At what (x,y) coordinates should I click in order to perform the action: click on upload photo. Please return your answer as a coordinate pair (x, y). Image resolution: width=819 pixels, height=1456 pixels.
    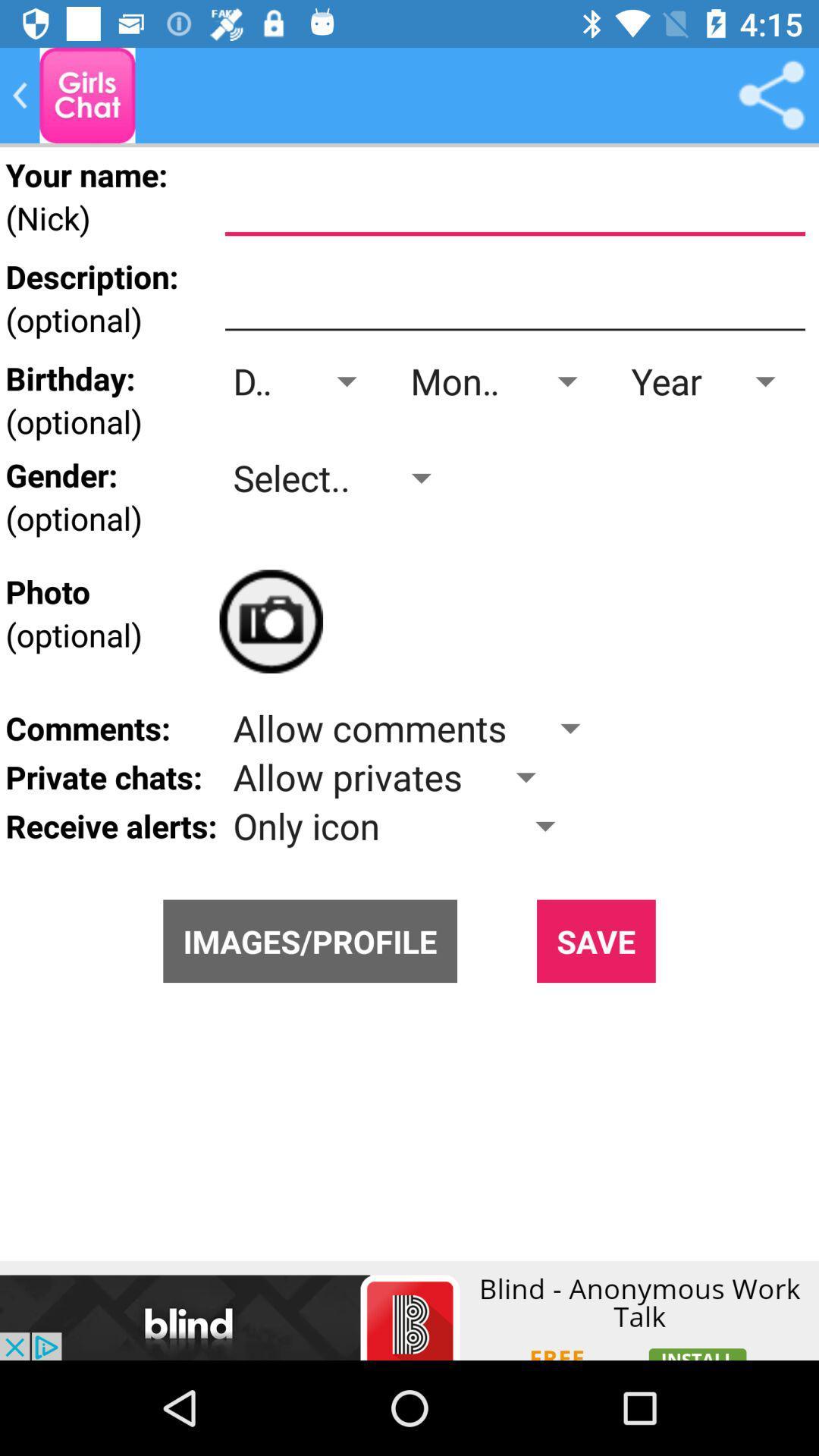
    Looking at the image, I should click on (270, 621).